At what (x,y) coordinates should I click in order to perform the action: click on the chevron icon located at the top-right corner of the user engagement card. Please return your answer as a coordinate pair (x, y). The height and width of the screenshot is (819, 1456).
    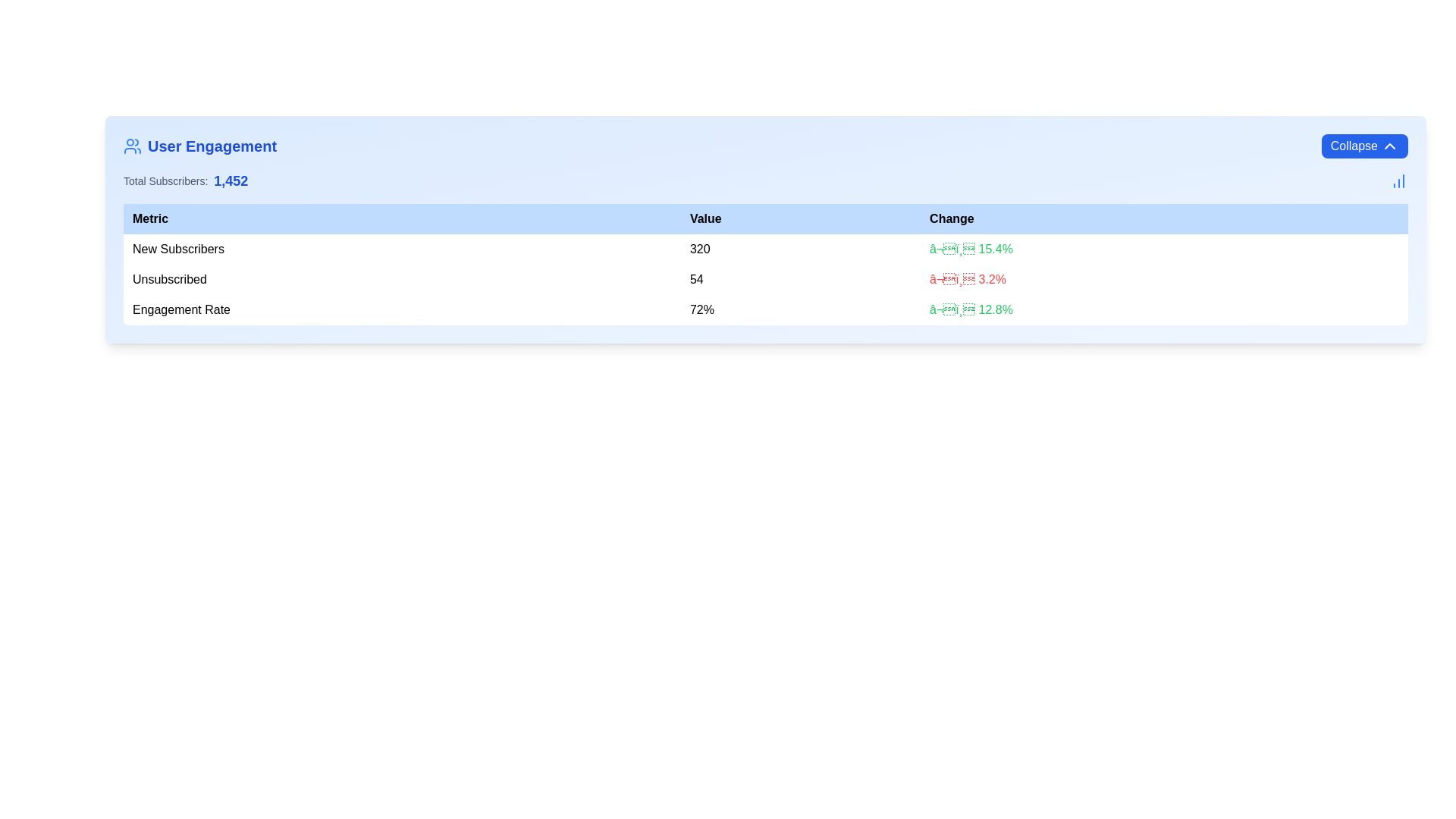
    Looking at the image, I should click on (1390, 146).